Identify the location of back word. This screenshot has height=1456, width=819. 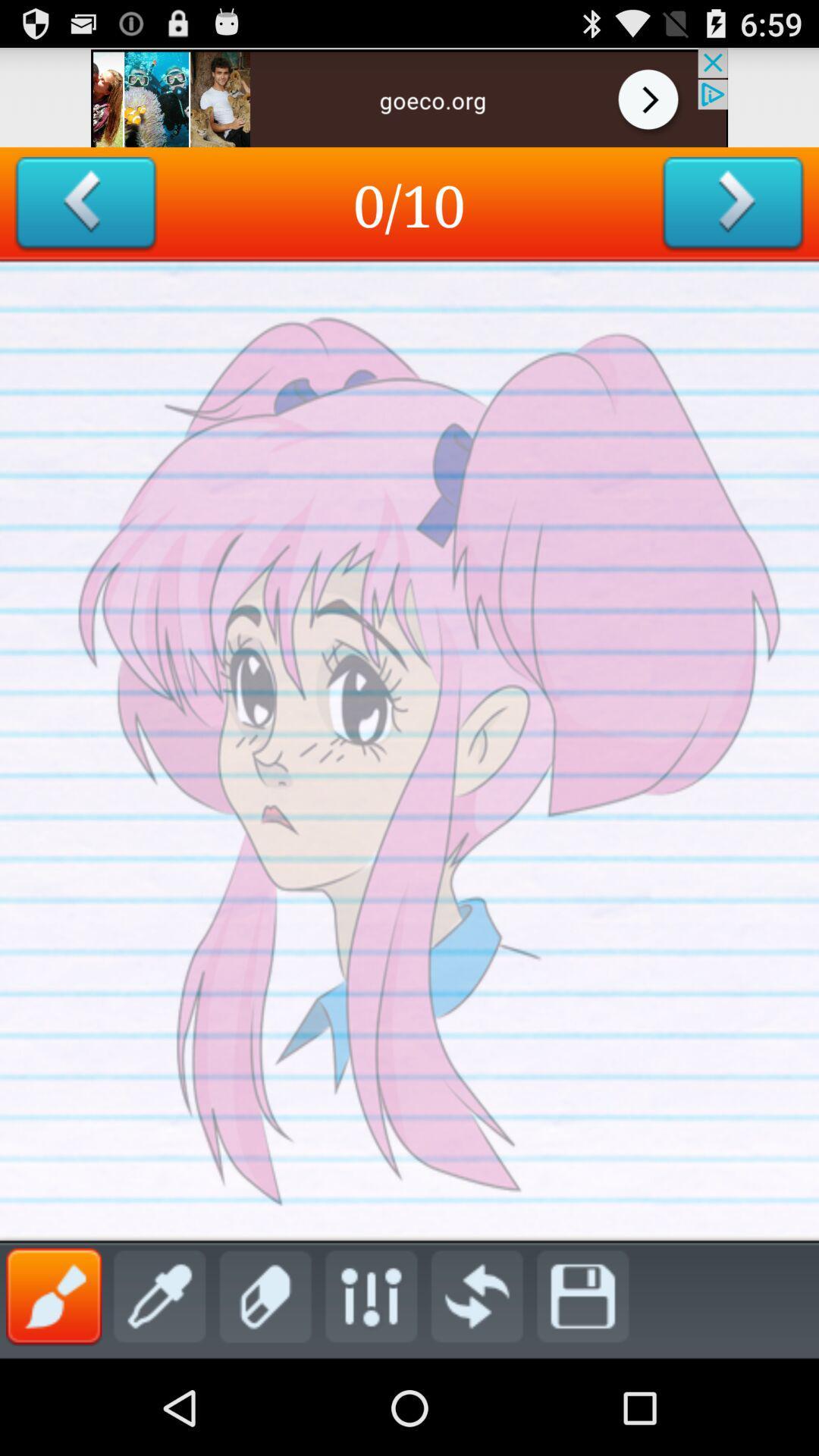
(86, 203).